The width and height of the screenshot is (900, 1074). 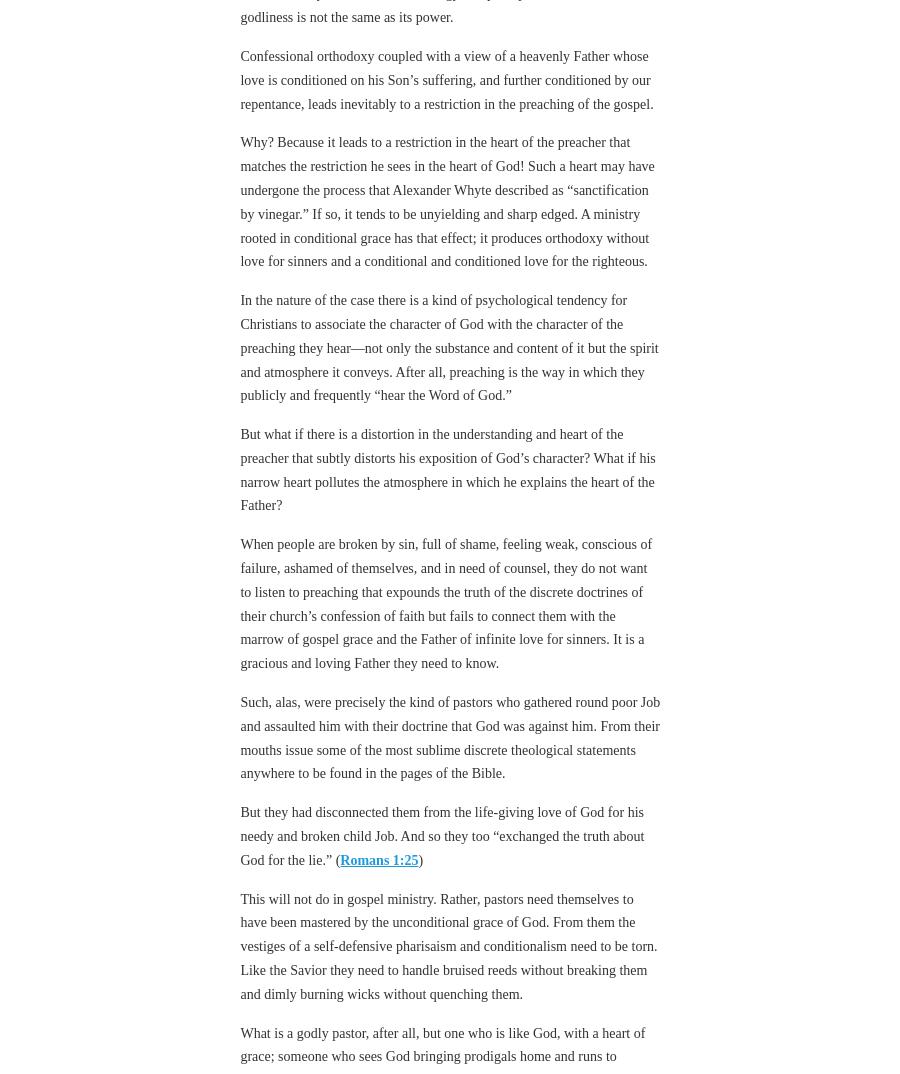 What do you see at coordinates (450, 681) in the screenshot?
I see `'Such, alas, were precisely the kind of pastors who gathered round poor Job and assaulted him with their doctrine that God was against him. From their mouths issue some of the most sublime discrete theological statements anywhere to be found in the pages of the Bible.'` at bounding box center [450, 681].